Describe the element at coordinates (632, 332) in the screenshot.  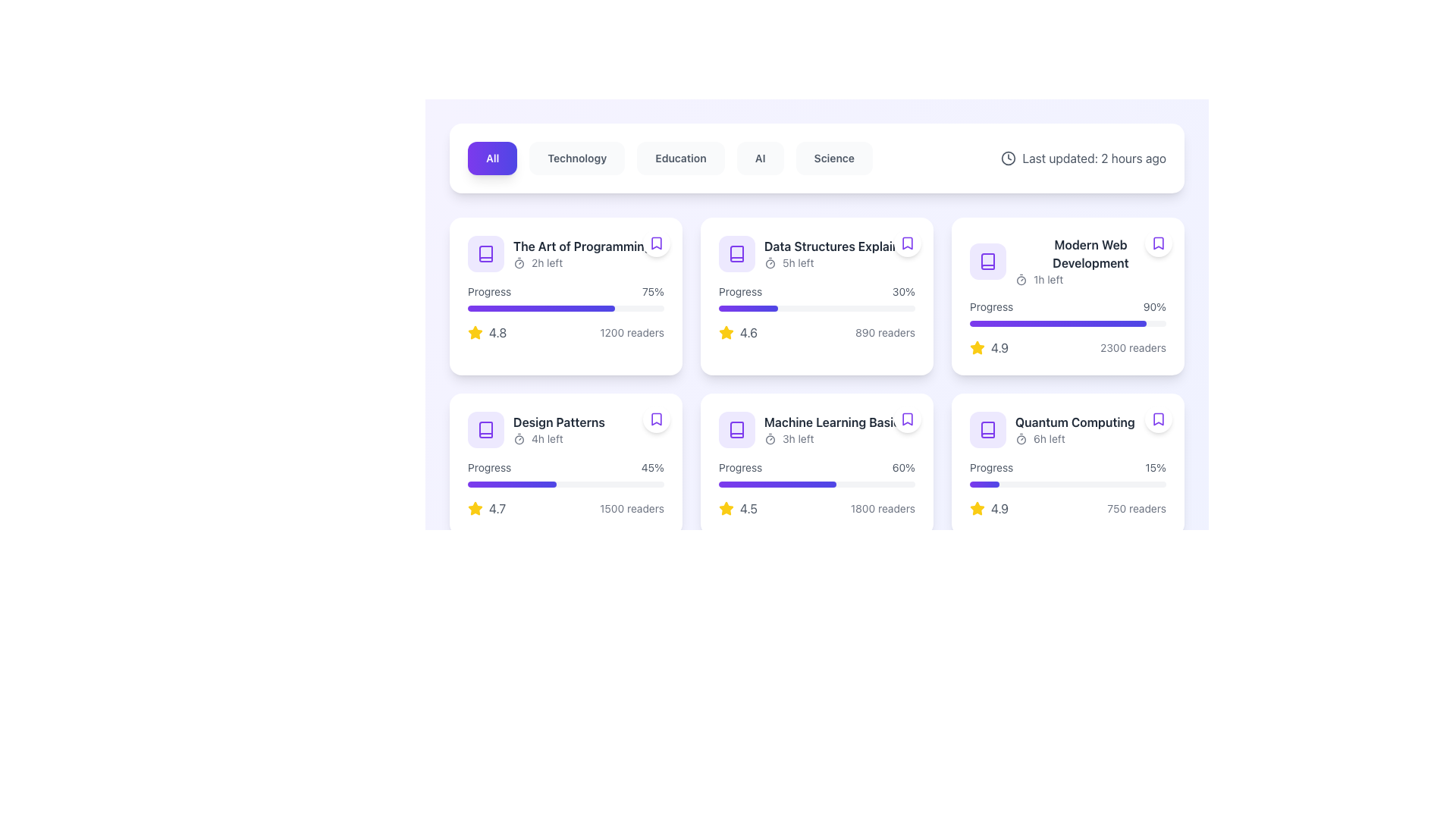
I see `the static text label displaying '1200 readers', which is styled in a smaller font with a light gray color and located in the lower section of the card labeled 'The Art of Programming'` at that location.